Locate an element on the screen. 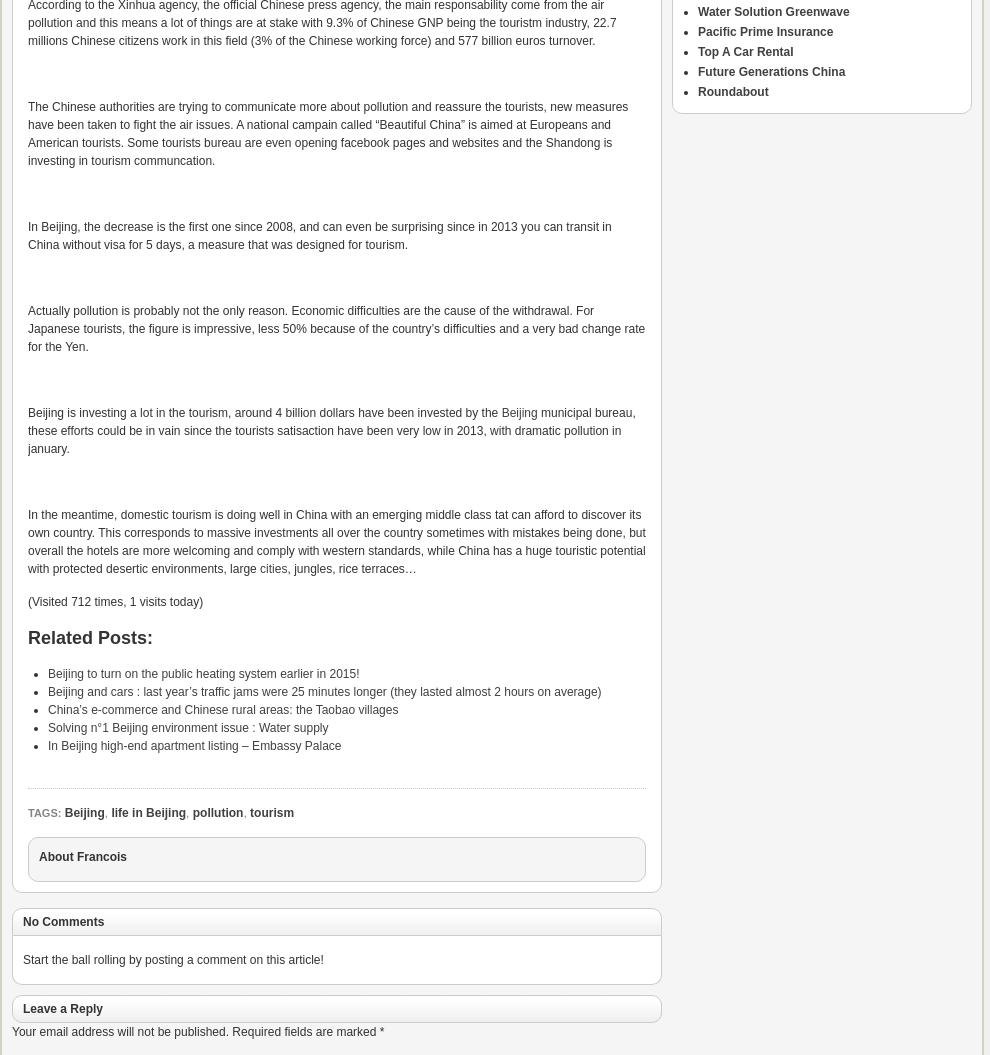  'Roundabout' is located at coordinates (731, 90).